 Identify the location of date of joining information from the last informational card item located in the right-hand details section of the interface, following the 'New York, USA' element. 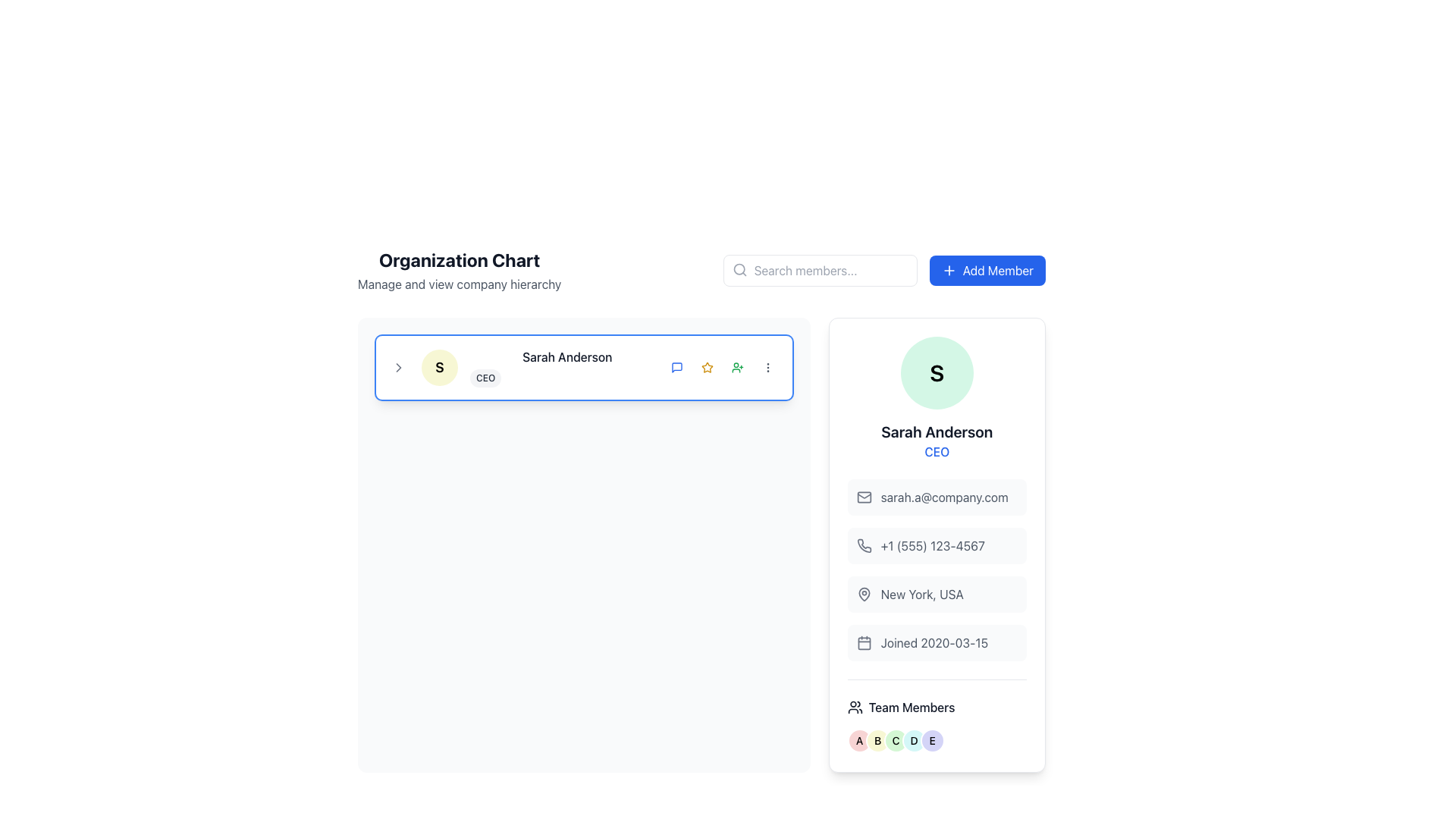
(936, 643).